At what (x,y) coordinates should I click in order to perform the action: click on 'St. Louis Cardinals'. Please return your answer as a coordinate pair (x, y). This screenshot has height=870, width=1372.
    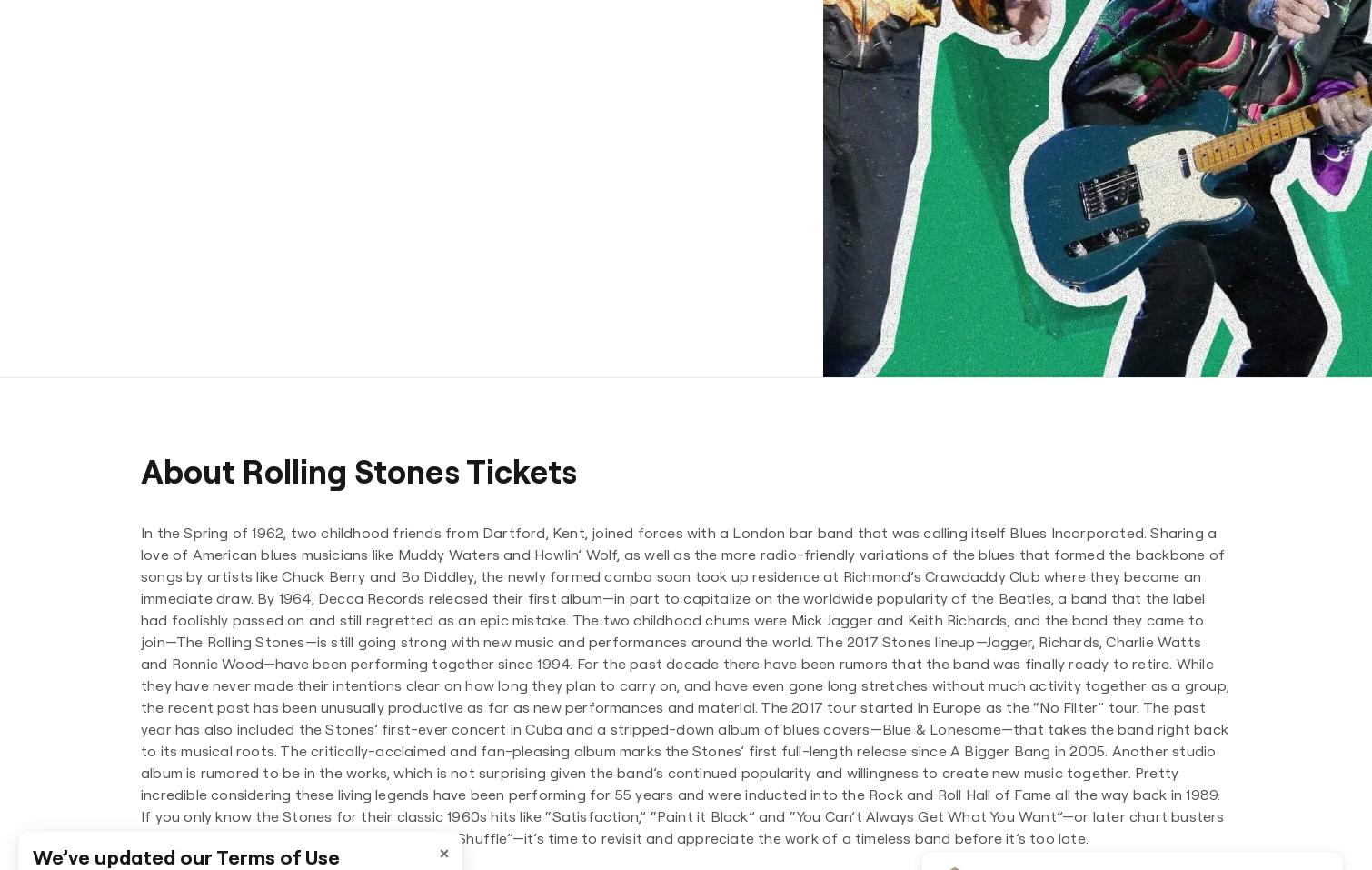
    Looking at the image, I should click on (744, 175).